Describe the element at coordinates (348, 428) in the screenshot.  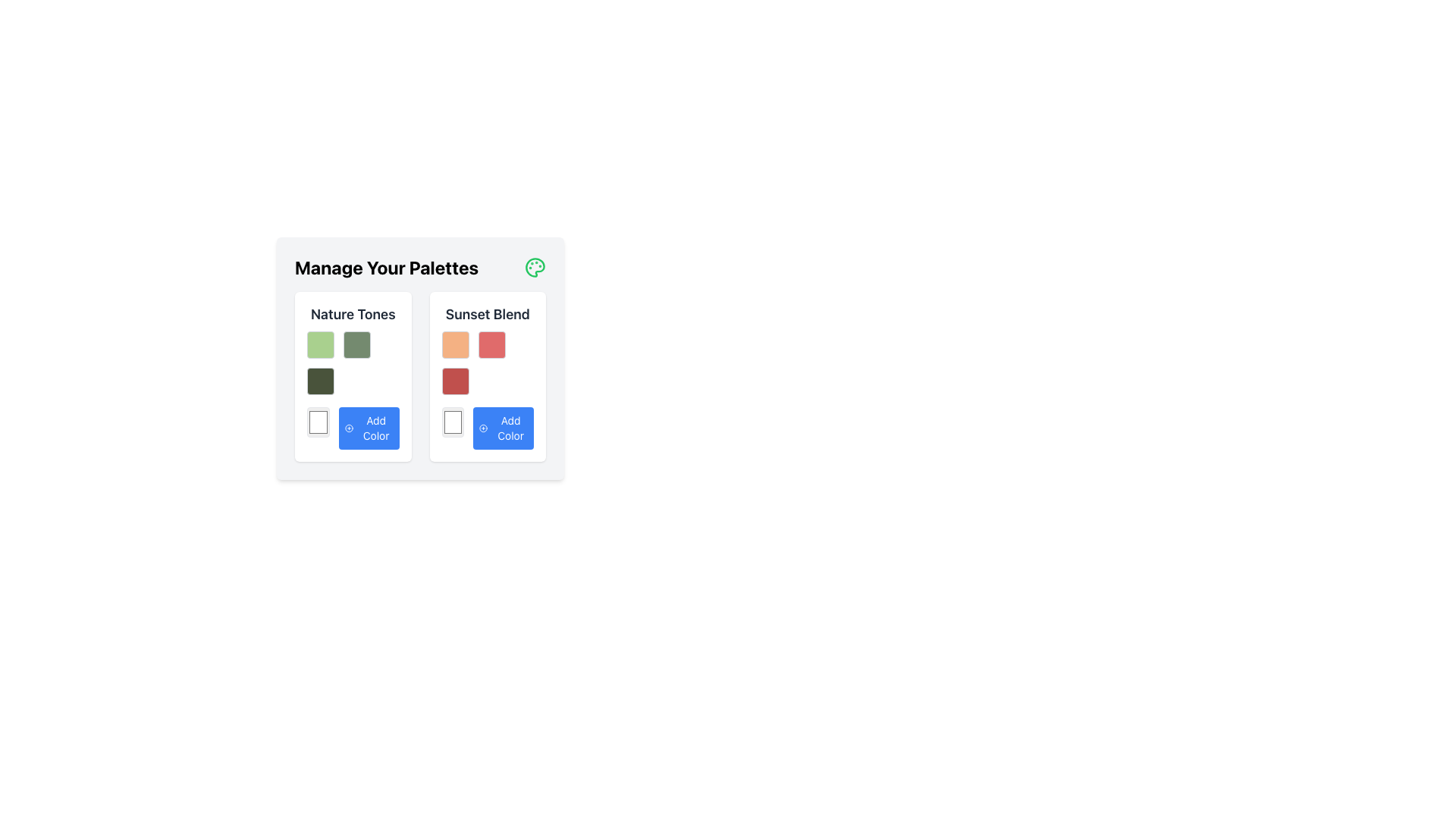
I see `the circular icon at the center of the 'Add Color' button within the 'Nature Tones' palette for visual feedback` at that location.